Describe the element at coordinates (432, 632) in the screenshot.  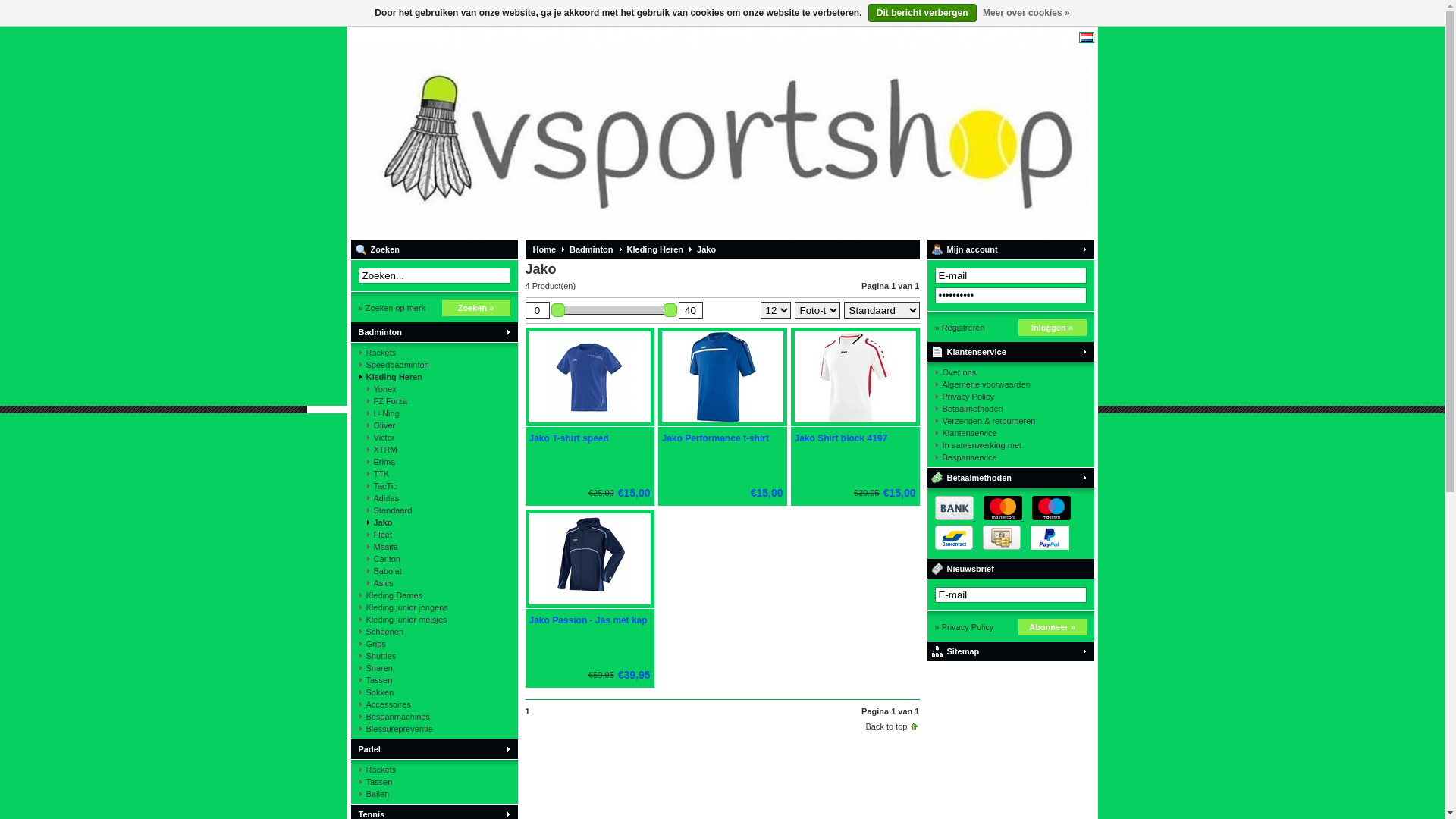
I see `'Schoenen'` at that location.